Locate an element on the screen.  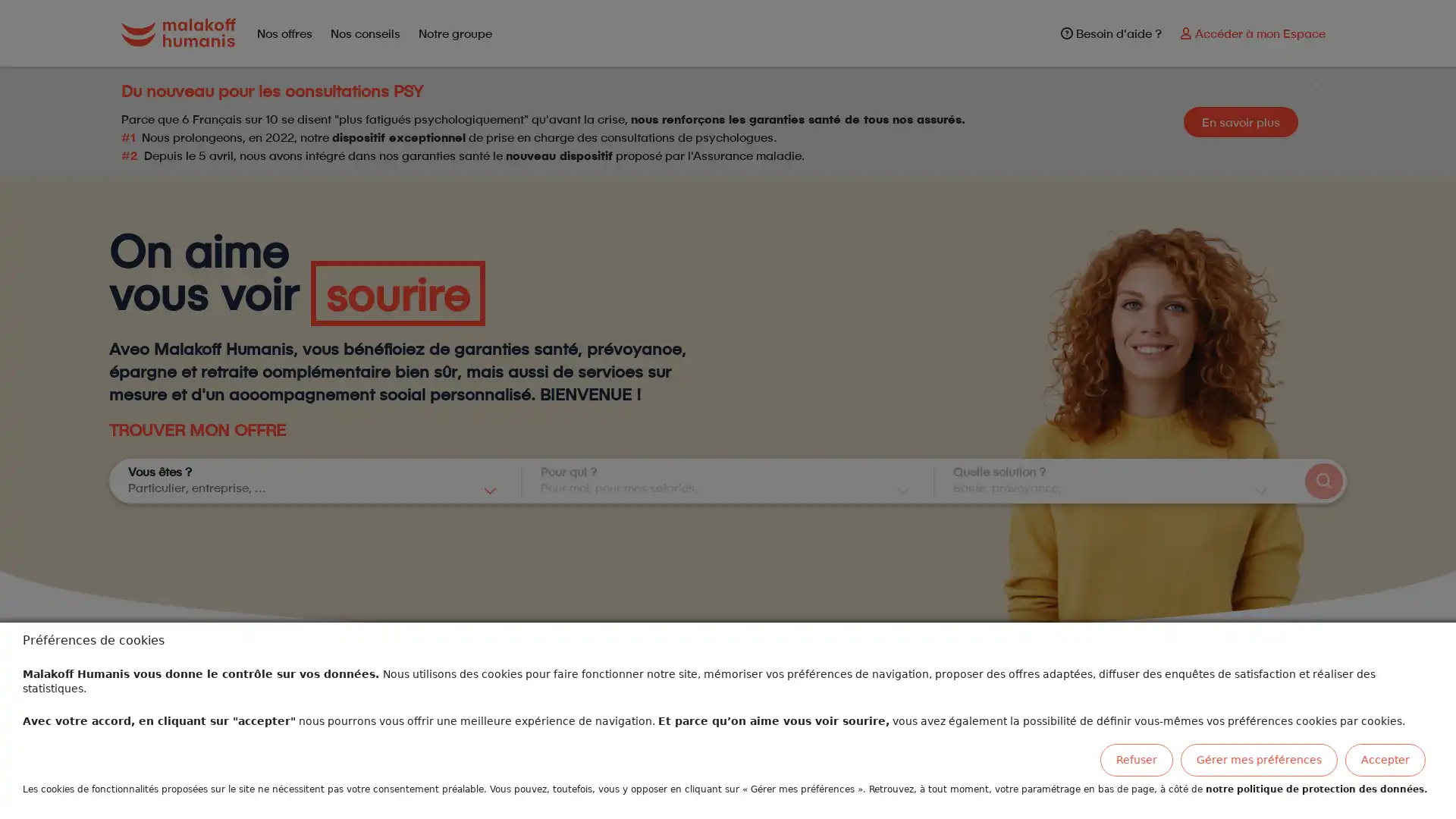
Gerer mes preferences is located at coordinates (1259, 760).